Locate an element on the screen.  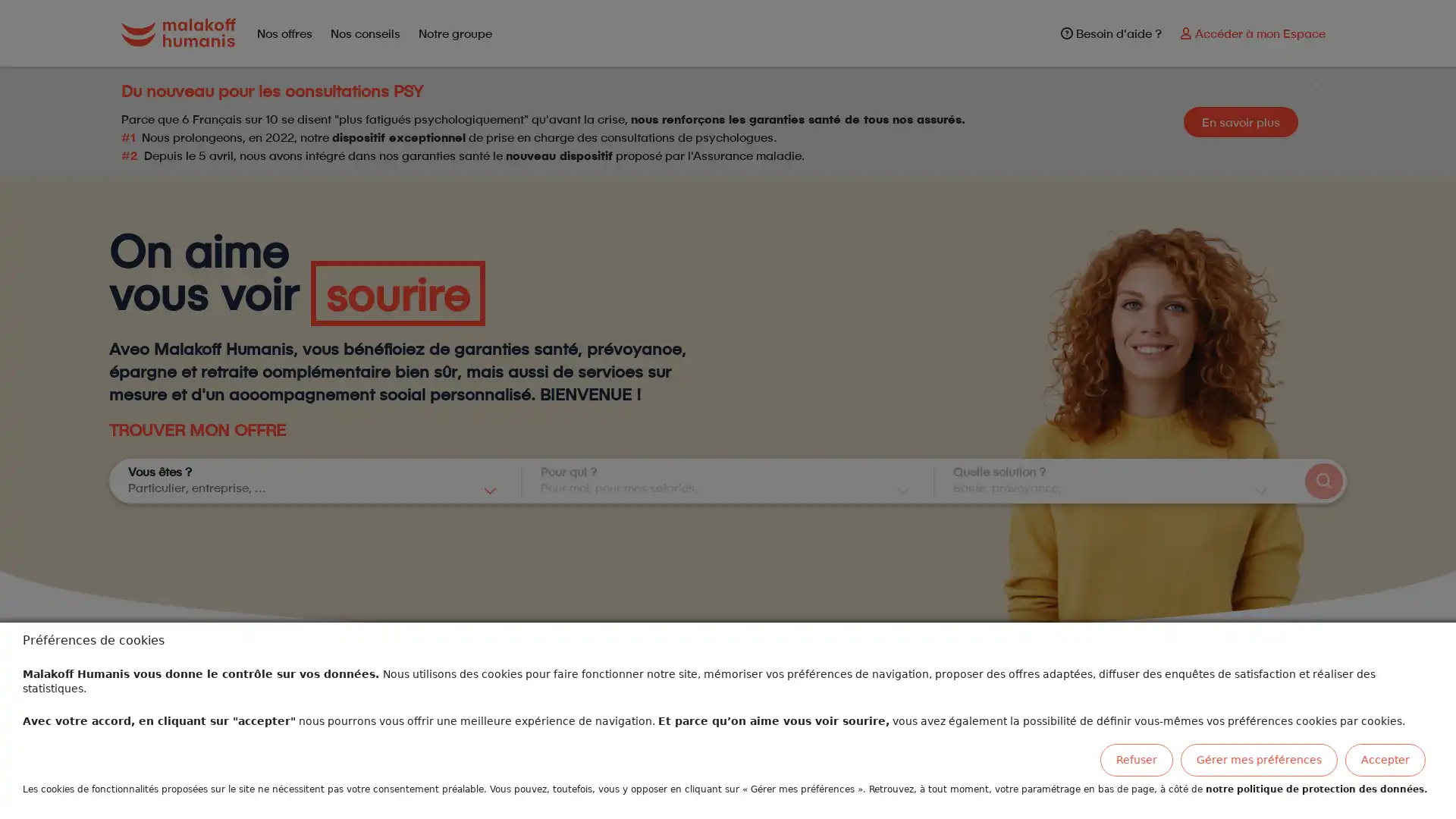
Gerer mes preferences is located at coordinates (1259, 760).